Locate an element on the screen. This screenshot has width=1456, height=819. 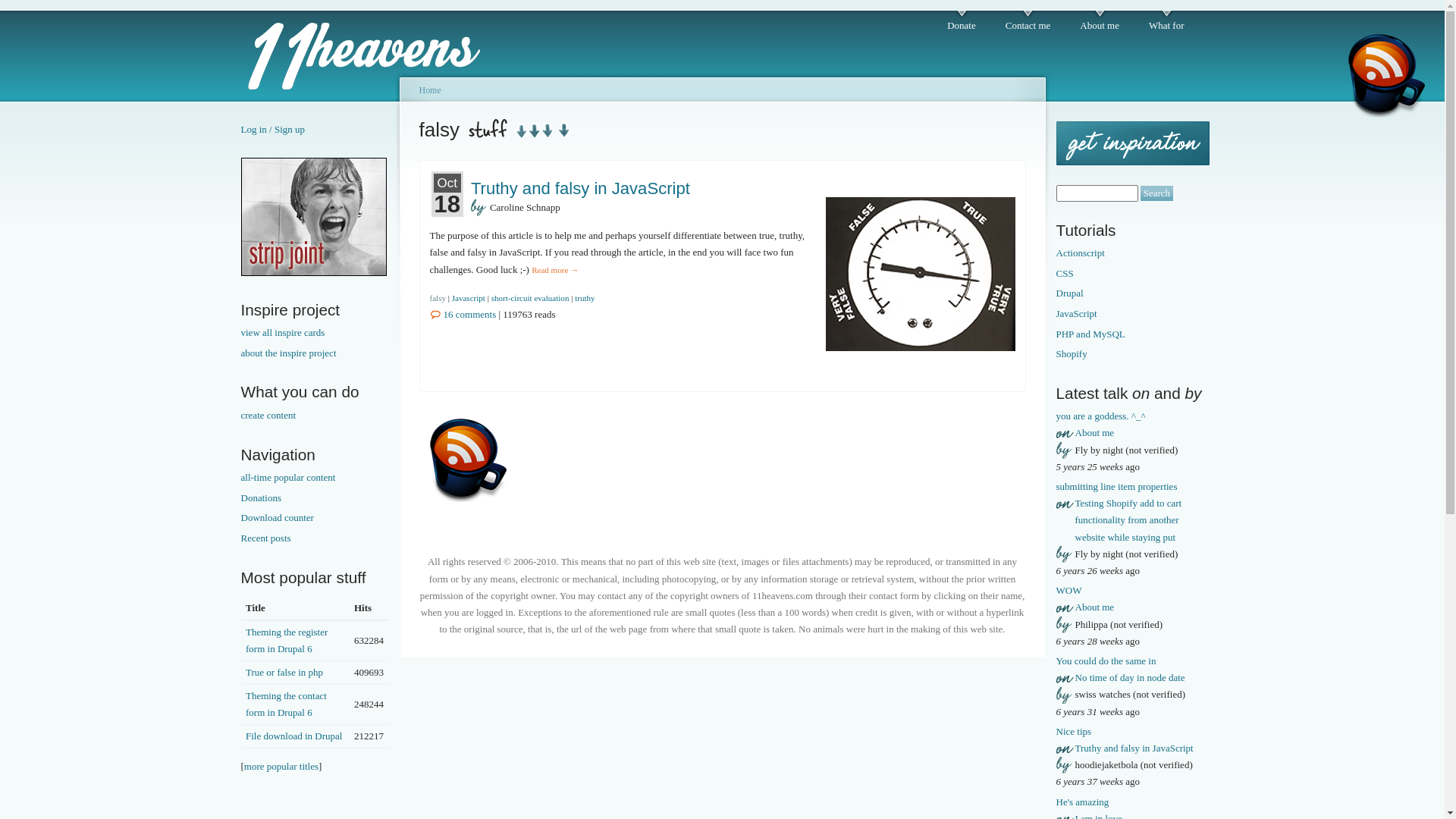
'Log in / Sign up' is located at coordinates (273, 127).